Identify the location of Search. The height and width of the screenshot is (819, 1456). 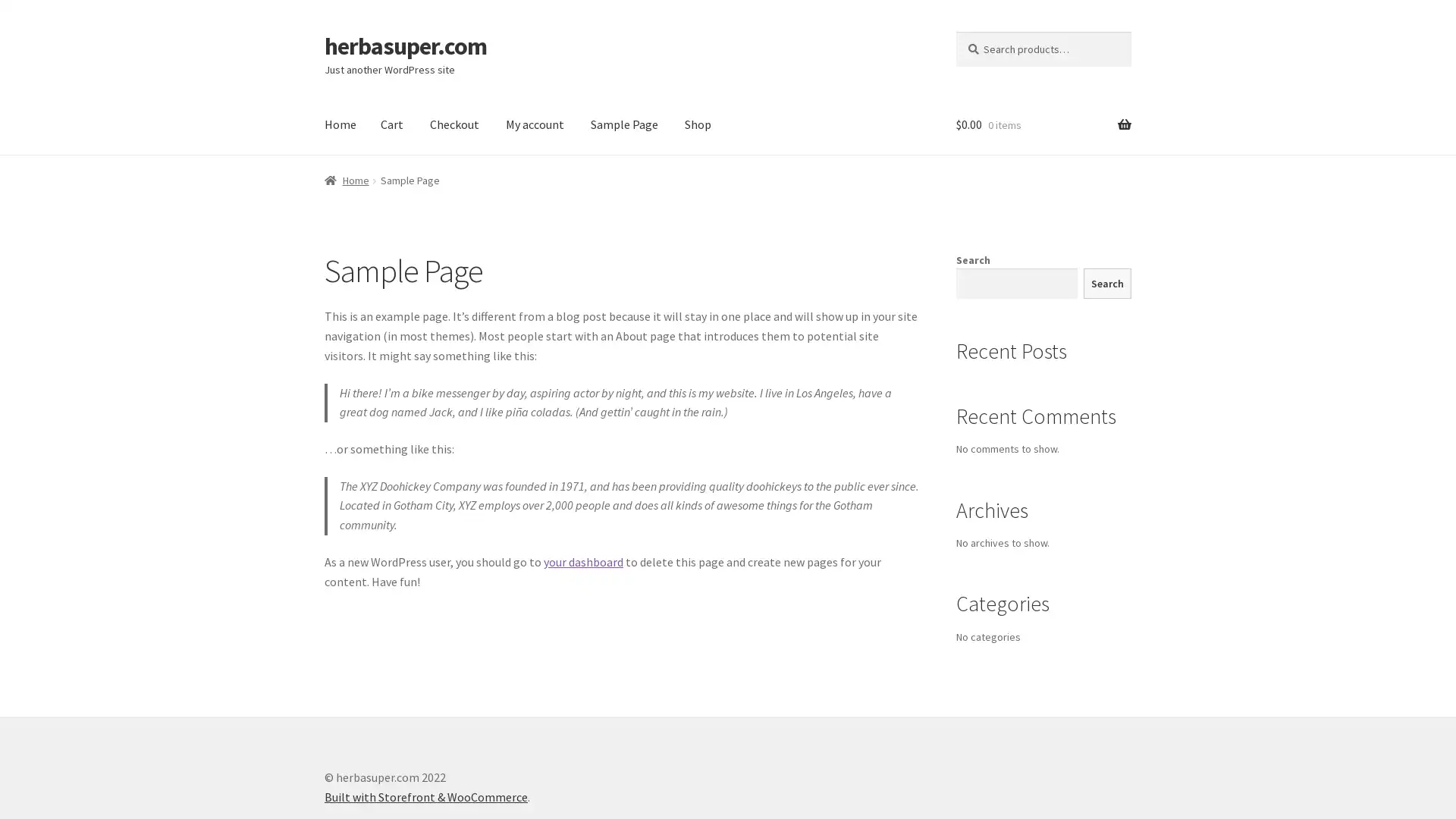
(954, 30).